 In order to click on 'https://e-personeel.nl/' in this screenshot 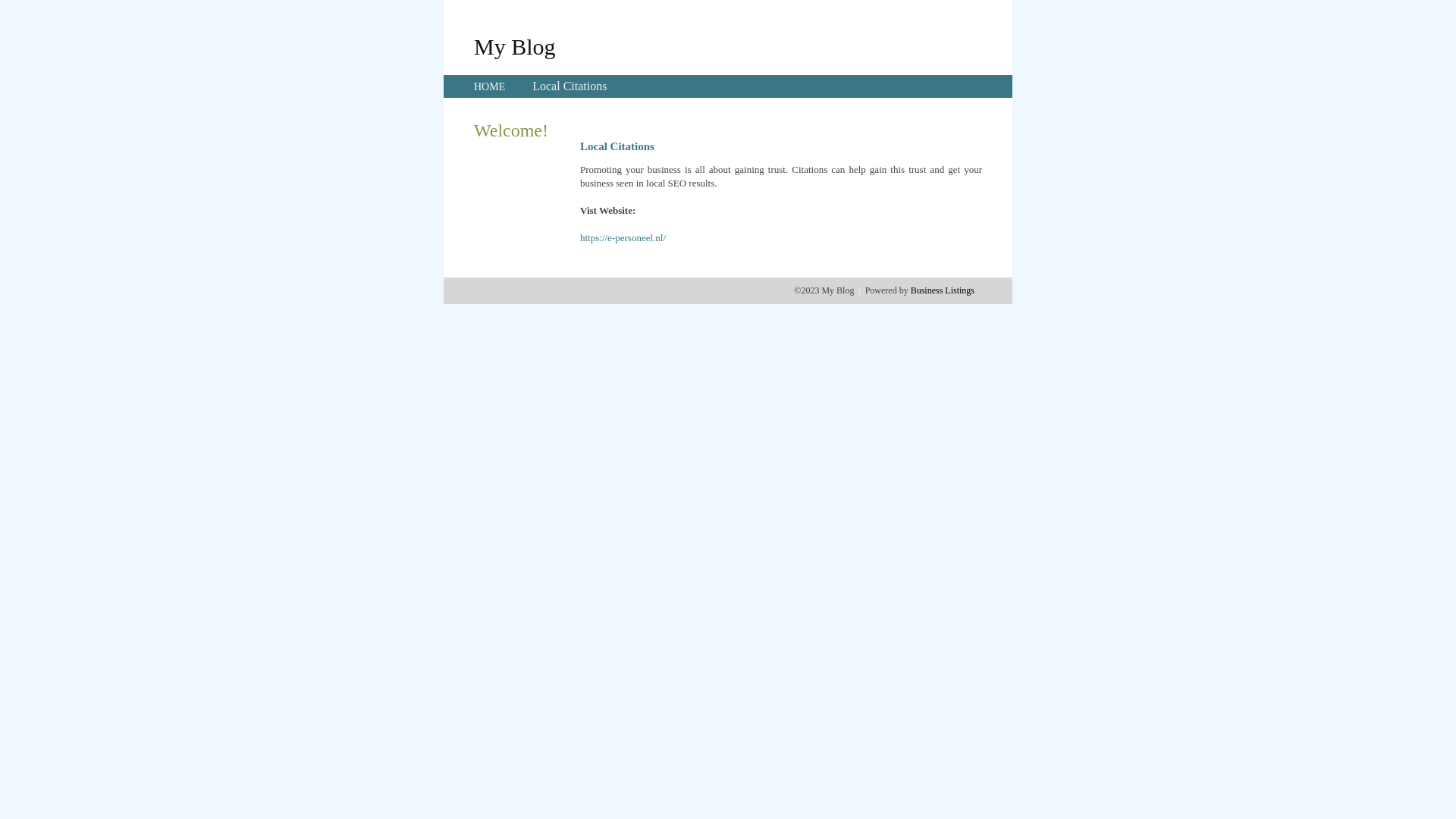, I will do `click(579, 237)`.